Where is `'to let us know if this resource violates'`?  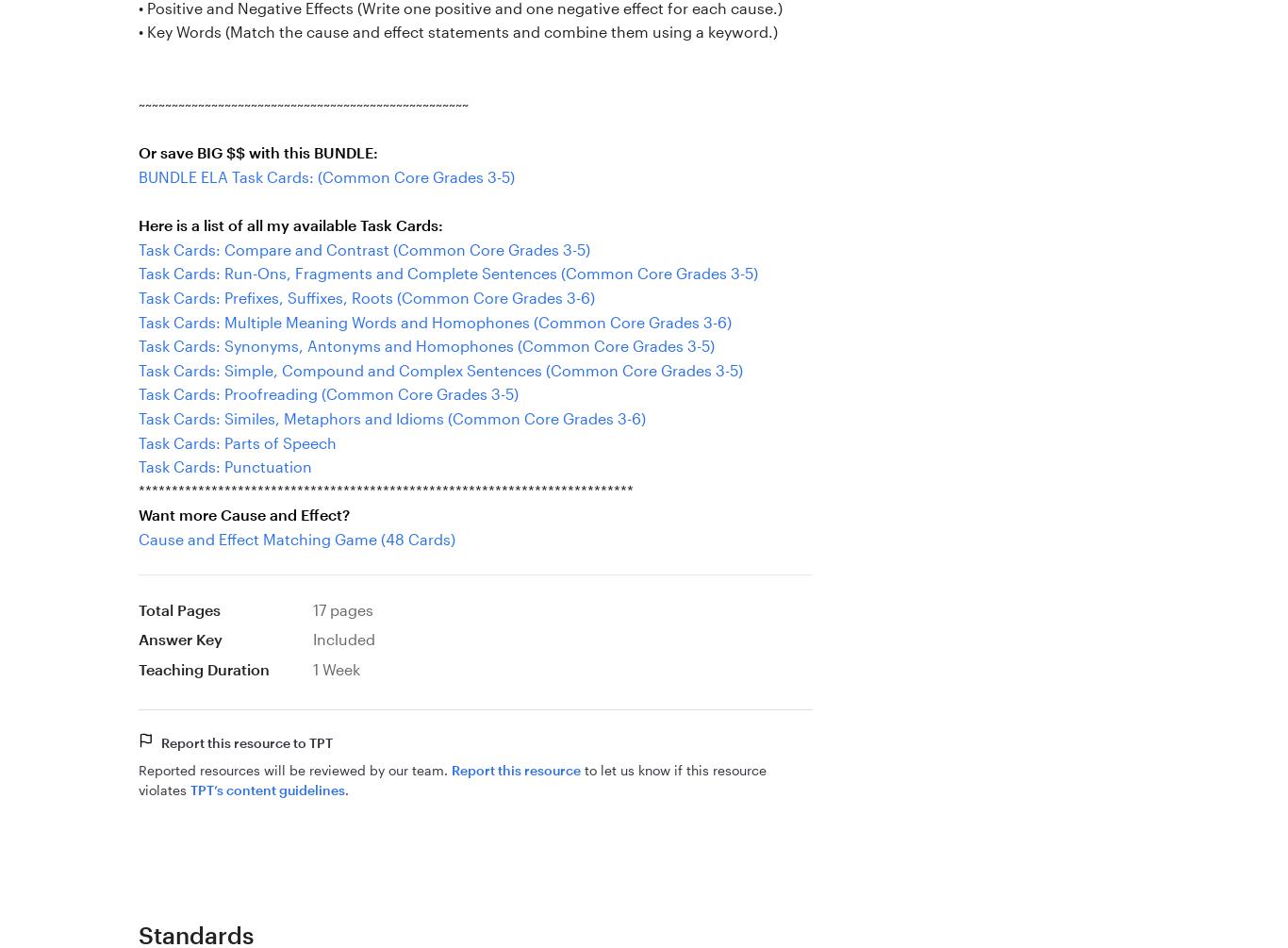 'to let us know if this resource violates' is located at coordinates (453, 780).